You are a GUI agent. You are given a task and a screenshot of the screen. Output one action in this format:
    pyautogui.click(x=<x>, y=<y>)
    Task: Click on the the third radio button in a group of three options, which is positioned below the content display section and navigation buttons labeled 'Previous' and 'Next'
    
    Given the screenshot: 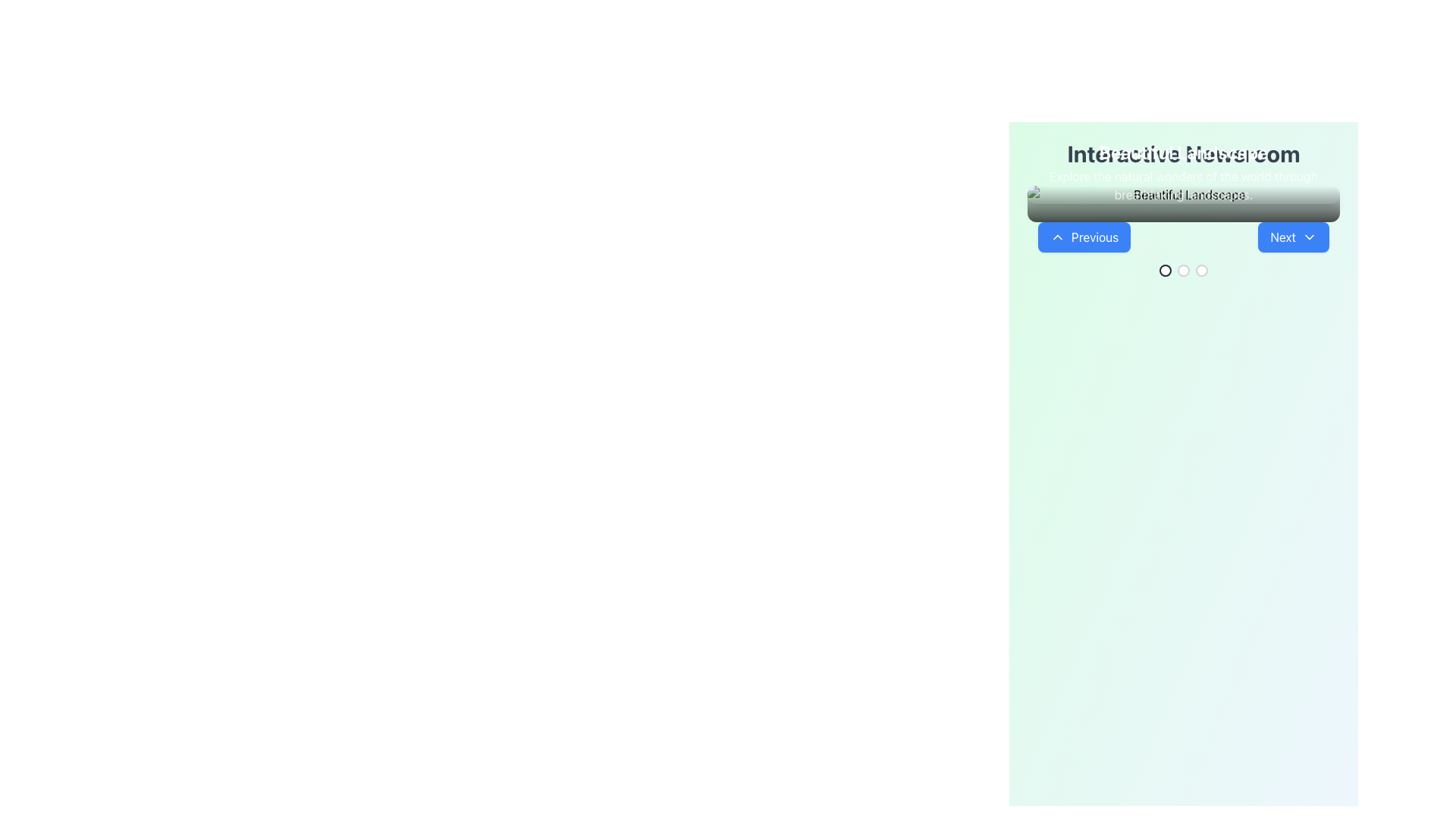 What is the action you would take?
    pyautogui.click(x=1200, y=270)
    